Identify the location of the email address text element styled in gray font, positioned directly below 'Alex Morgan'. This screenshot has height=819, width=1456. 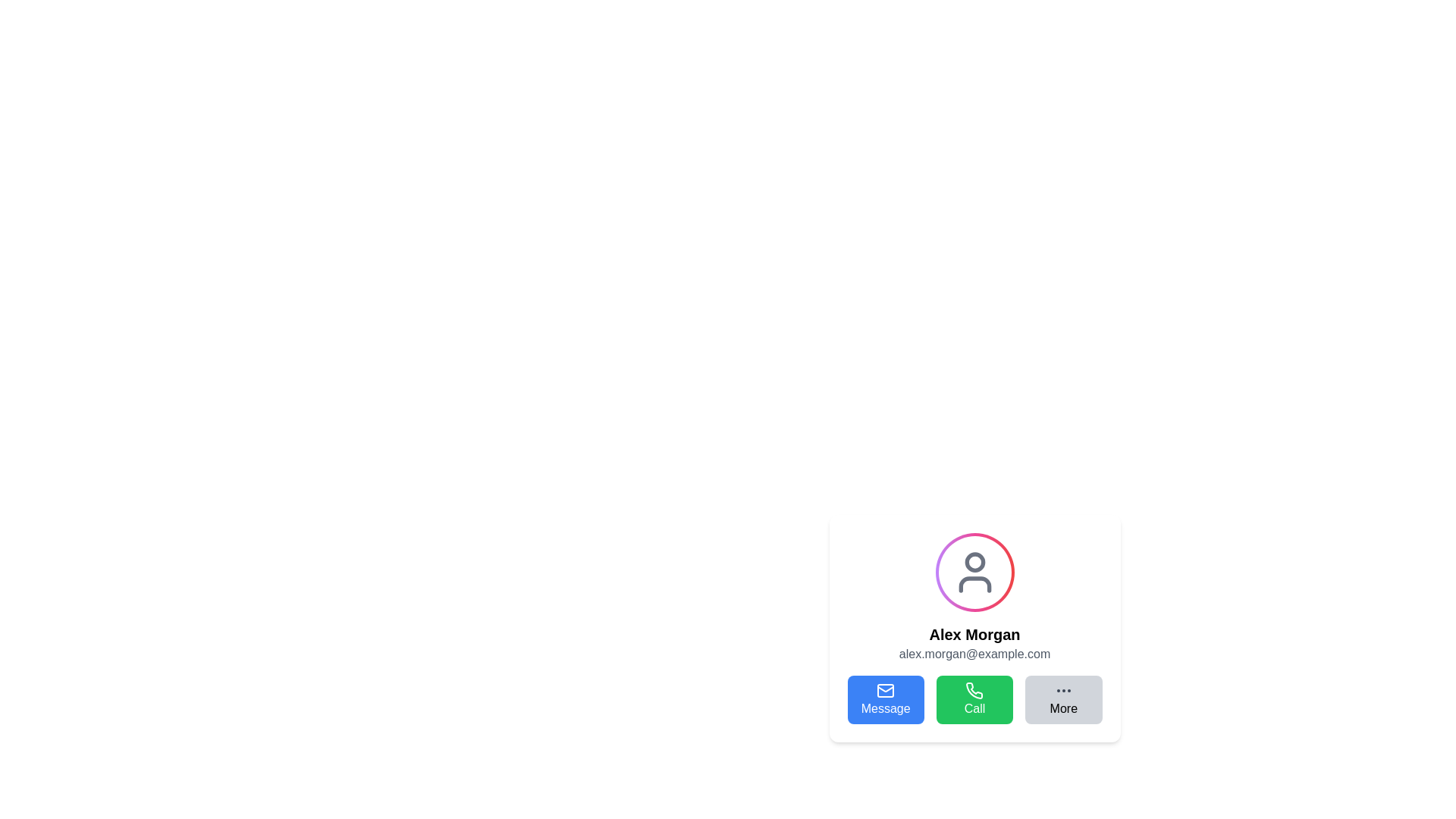
(974, 654).